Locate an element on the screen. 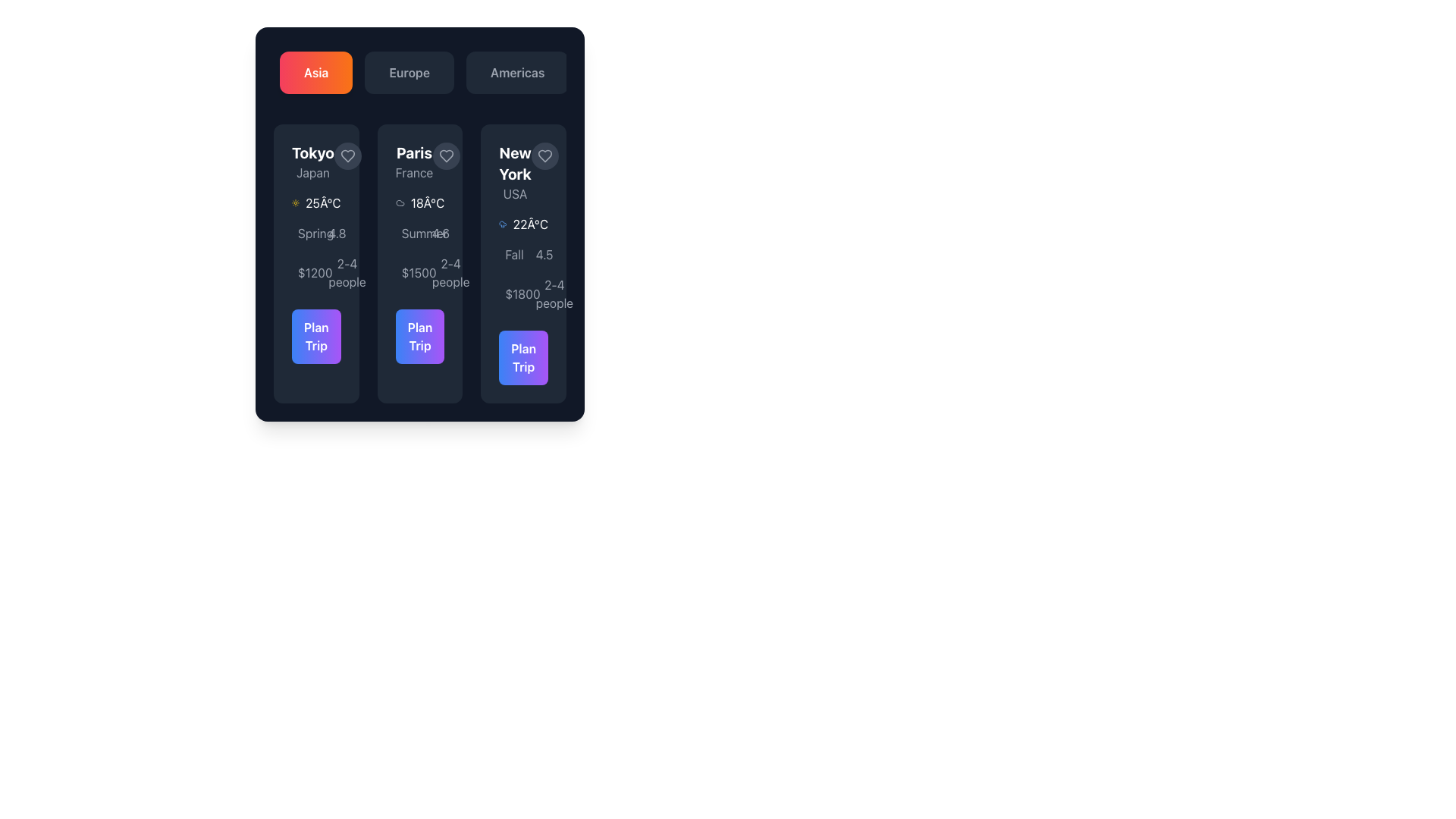 Image resolution: width=1456 pixels, height=819 pixels. numeric rating text displayed in the third card under the 'Fall' label, aligned rightmost above the '$1800 2-4 people' text is located at coordinates (544, 253).